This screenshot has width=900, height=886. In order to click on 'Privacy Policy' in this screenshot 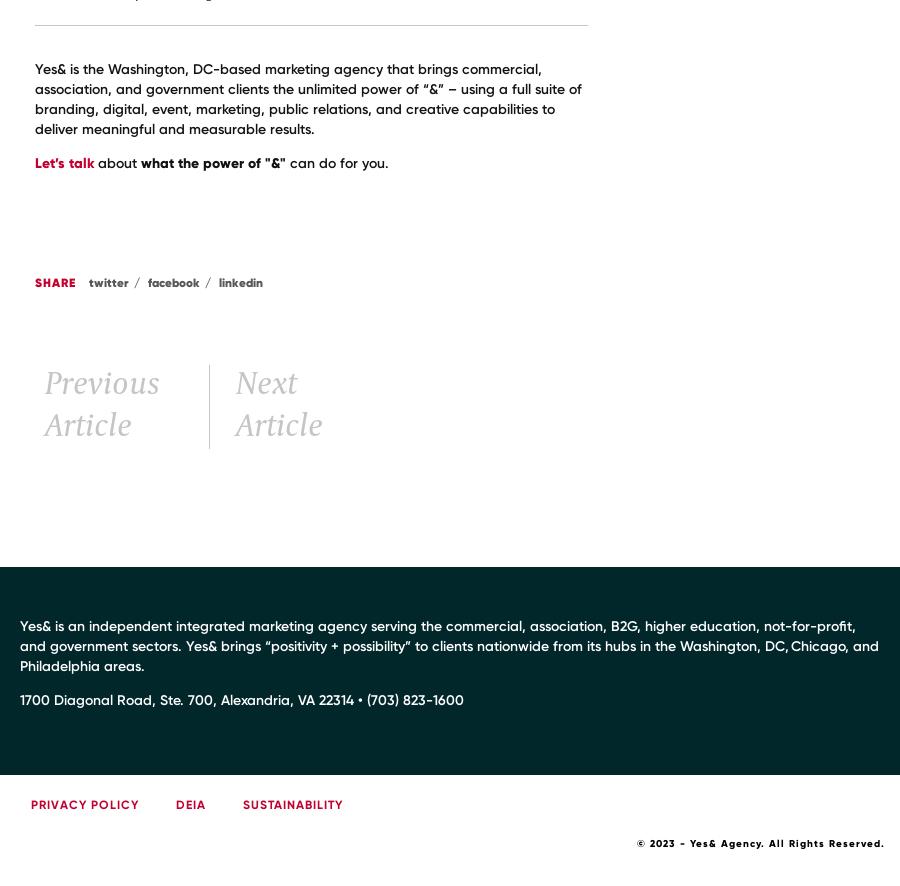, I will do `click(83, 805)`.